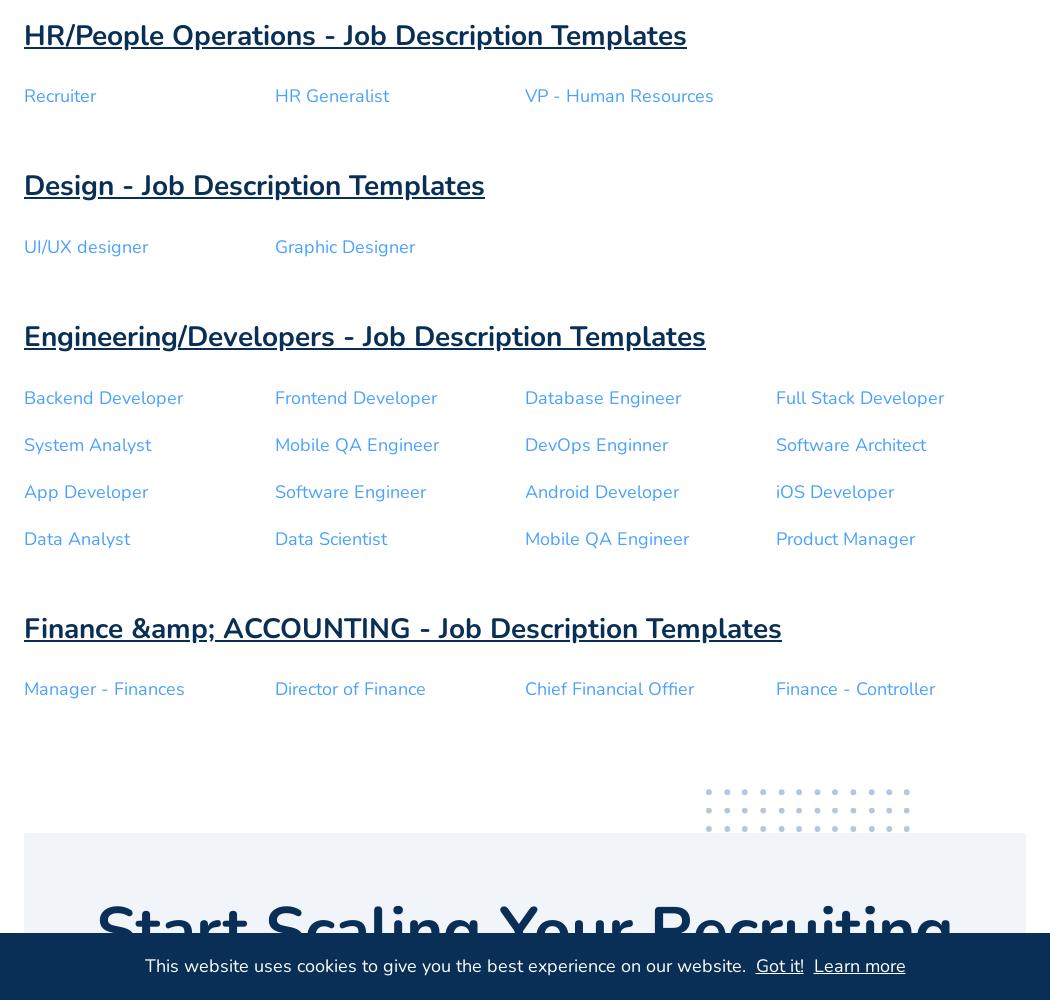 The width and height of the screenshot is (1050, 1000). What do you see at coordinates (254, 186) in the screenshot?
I see `'Design - Job Description Templates'` at bounding box center [254, 186].